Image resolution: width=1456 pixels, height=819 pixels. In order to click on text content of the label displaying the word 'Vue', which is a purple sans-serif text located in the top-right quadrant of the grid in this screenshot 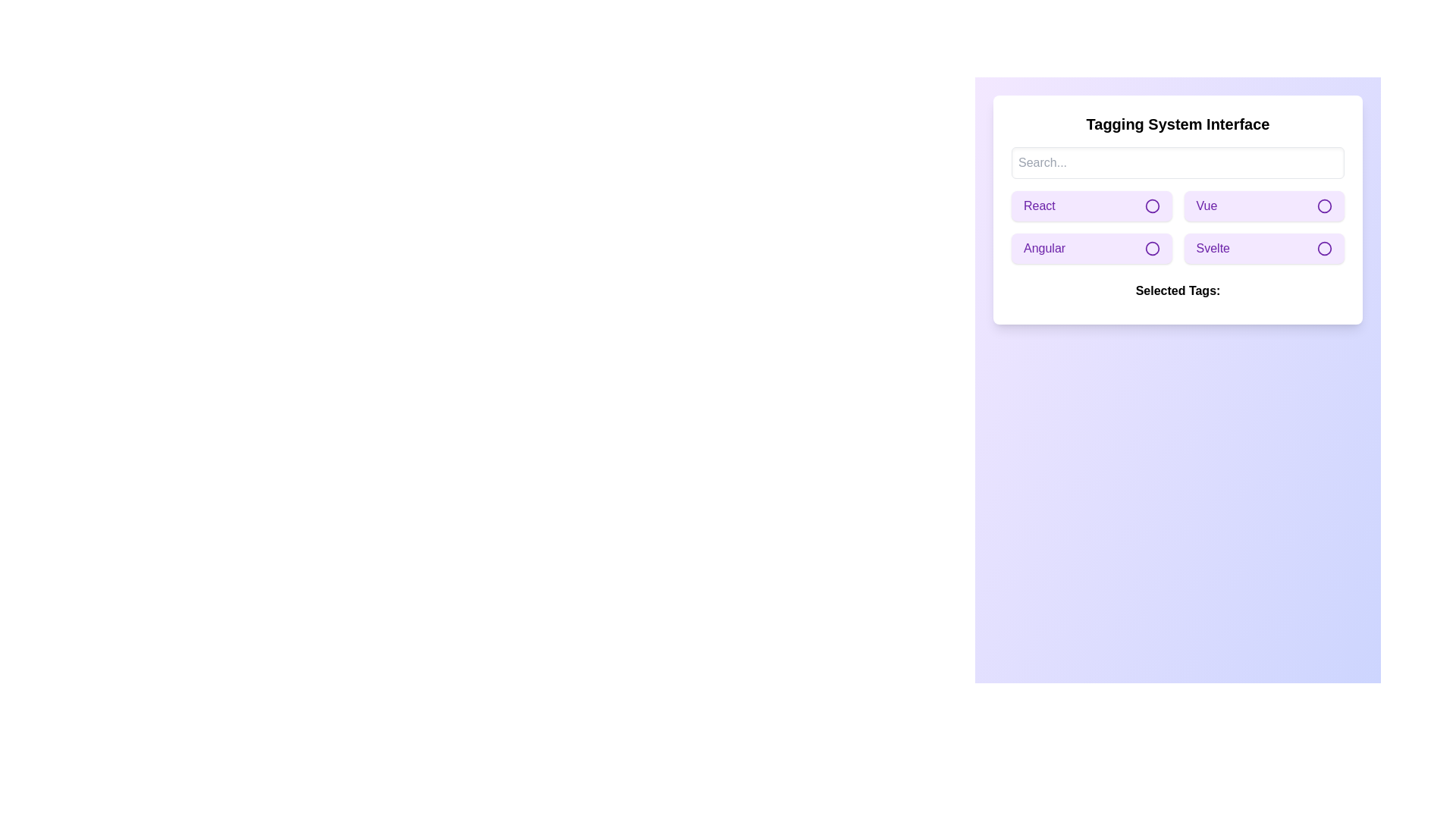, I will do `click(1206, 206)`.